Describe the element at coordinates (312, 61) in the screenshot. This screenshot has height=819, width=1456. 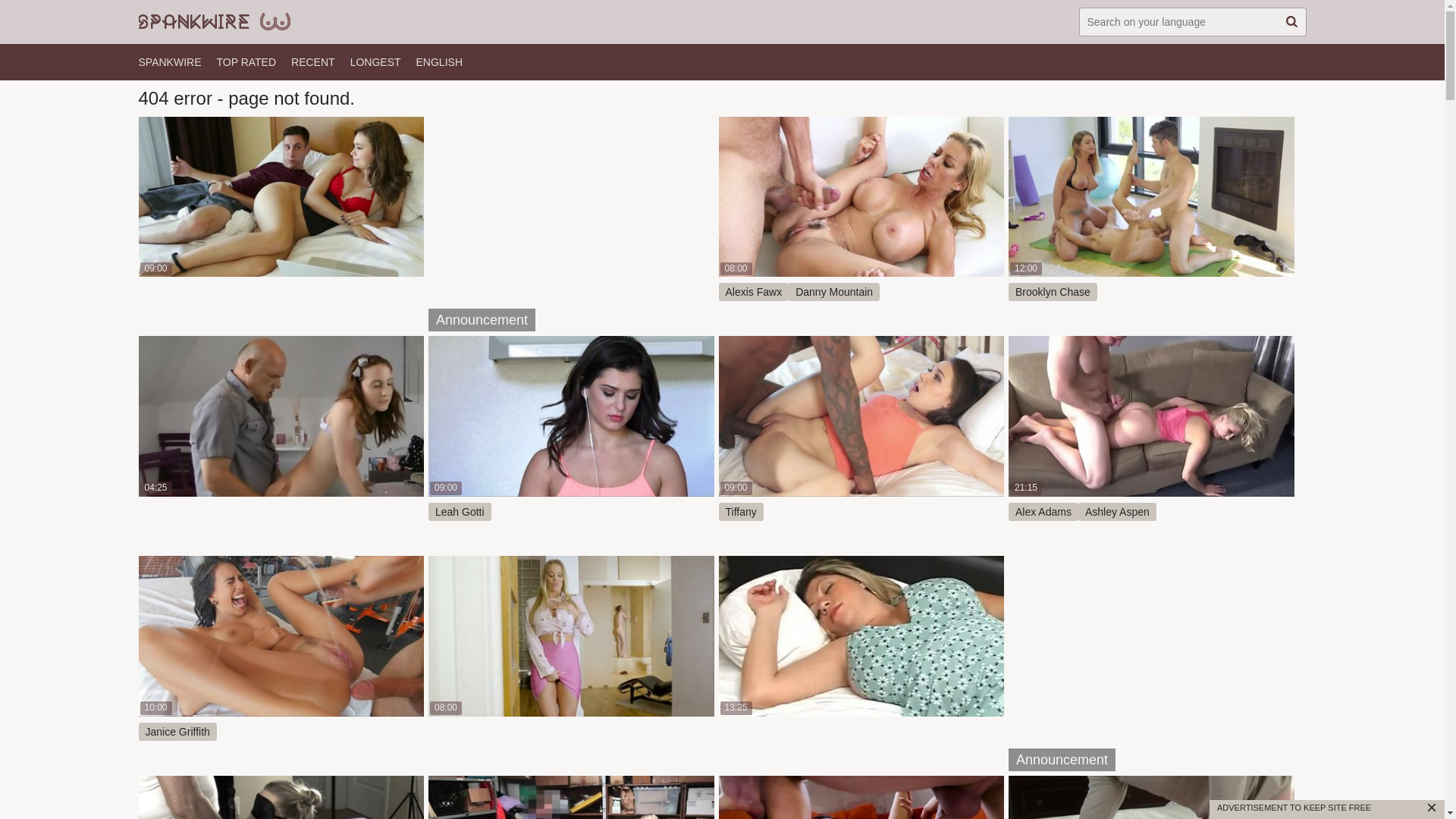
I see `'RECENT'` at that location.